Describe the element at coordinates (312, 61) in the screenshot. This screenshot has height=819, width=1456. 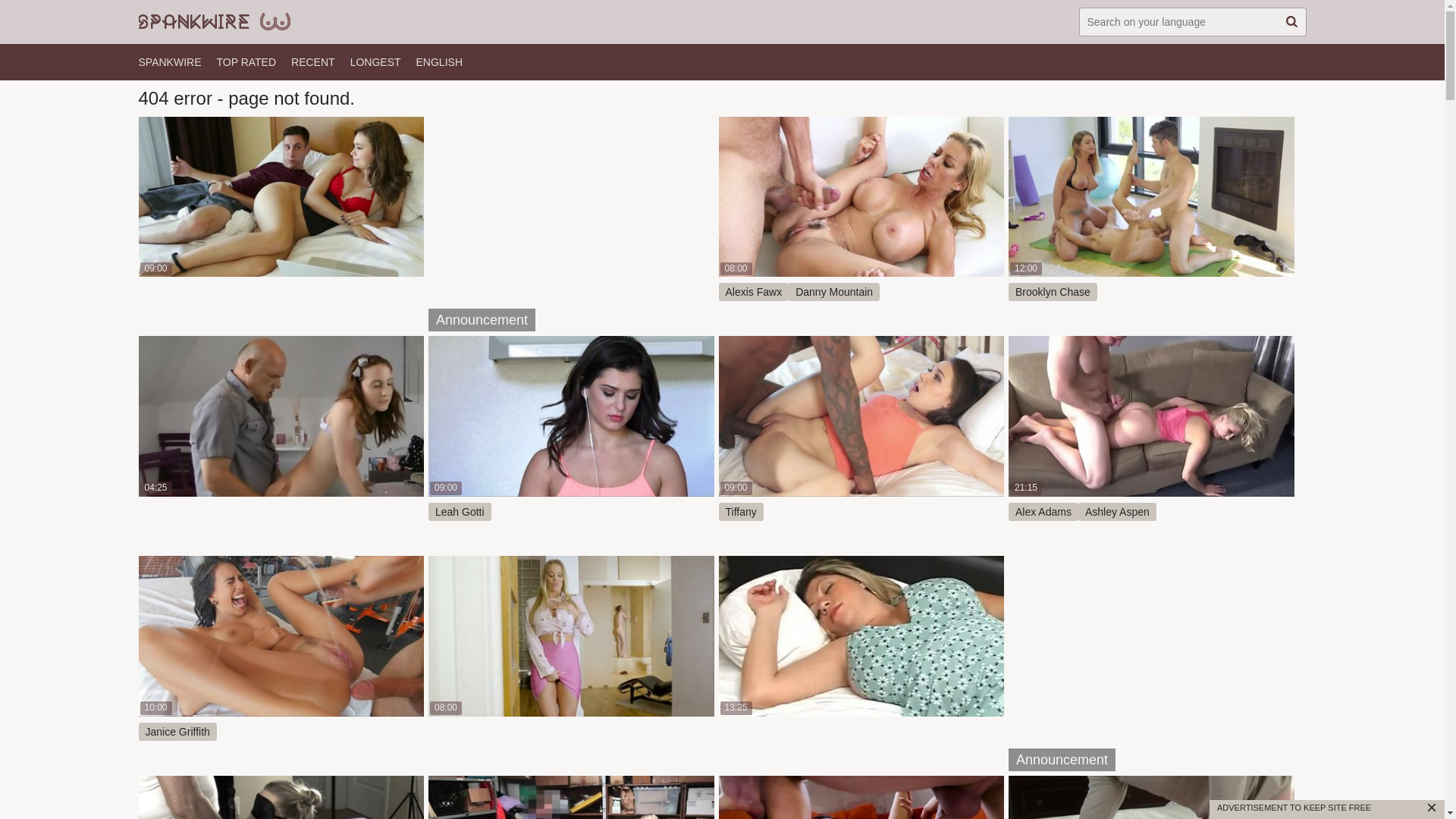
I see `'RECENT'` at that location.